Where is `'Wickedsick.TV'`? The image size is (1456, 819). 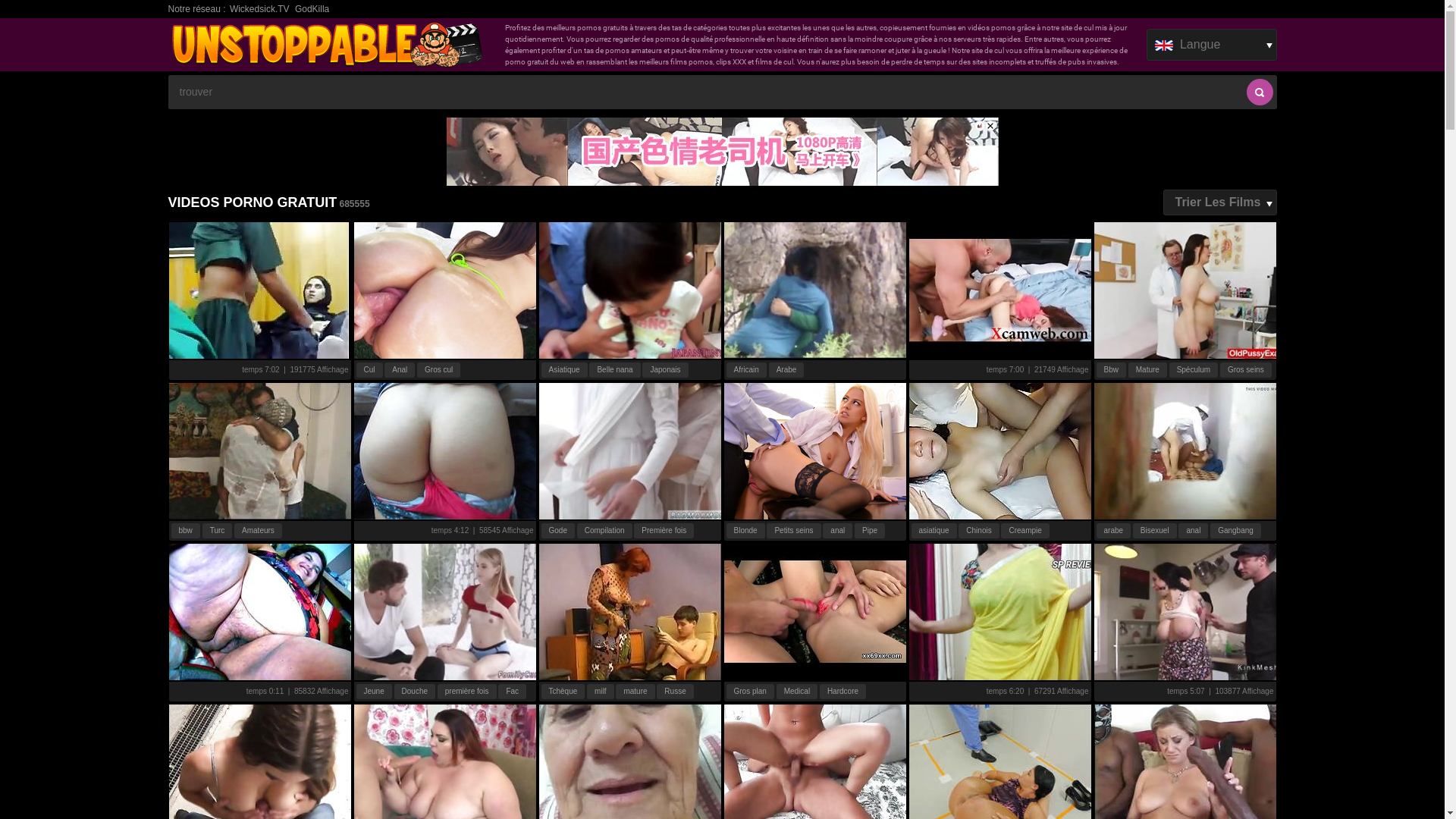
'Wickedsick.TV' is located at coordinates (259, 8).